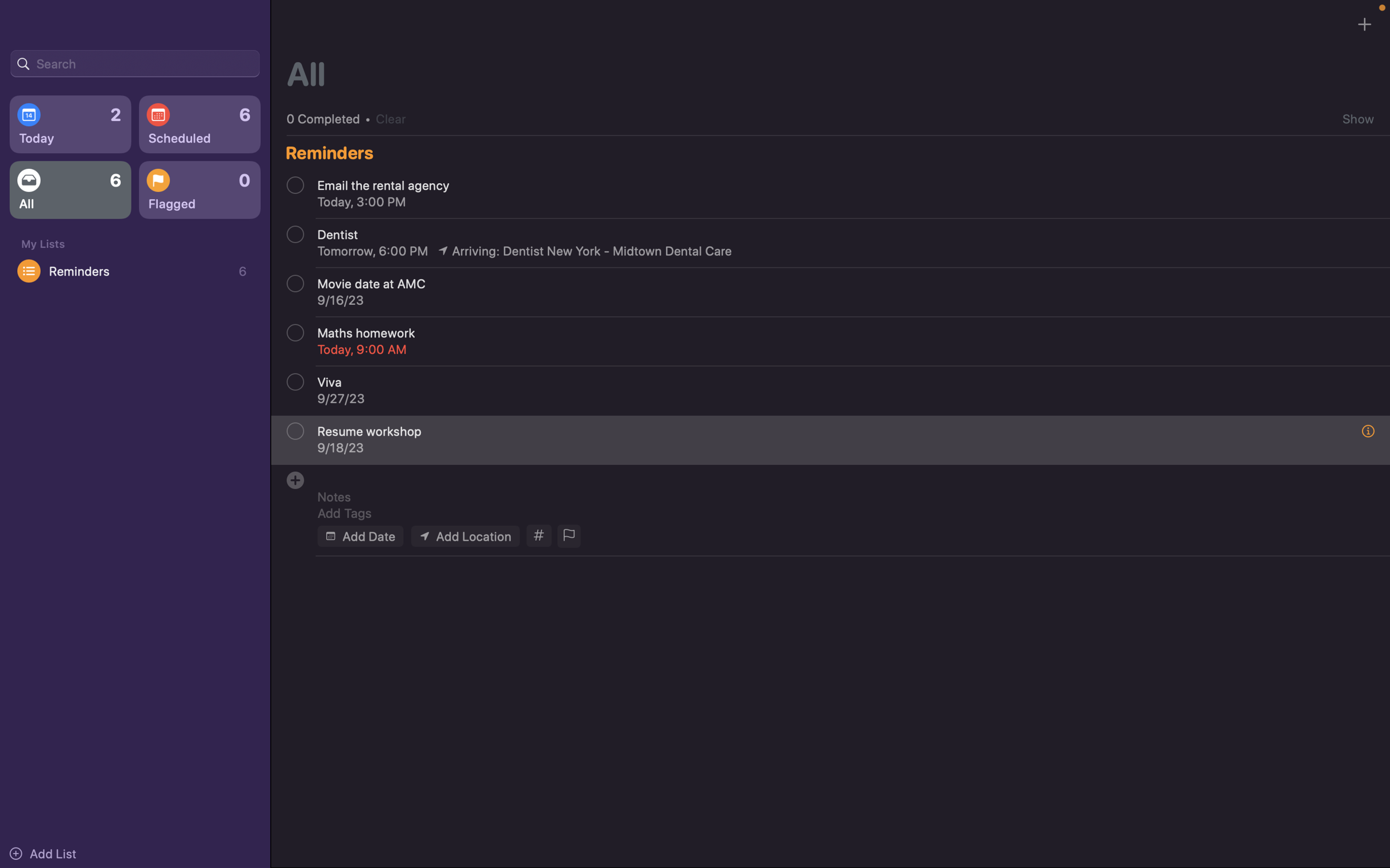 This screenshot has height=868, width=1390. Describe the element at coordinates (464, 535) in the screenshot. I see `Update the place of the event to be "Mellon Institute` at that location.